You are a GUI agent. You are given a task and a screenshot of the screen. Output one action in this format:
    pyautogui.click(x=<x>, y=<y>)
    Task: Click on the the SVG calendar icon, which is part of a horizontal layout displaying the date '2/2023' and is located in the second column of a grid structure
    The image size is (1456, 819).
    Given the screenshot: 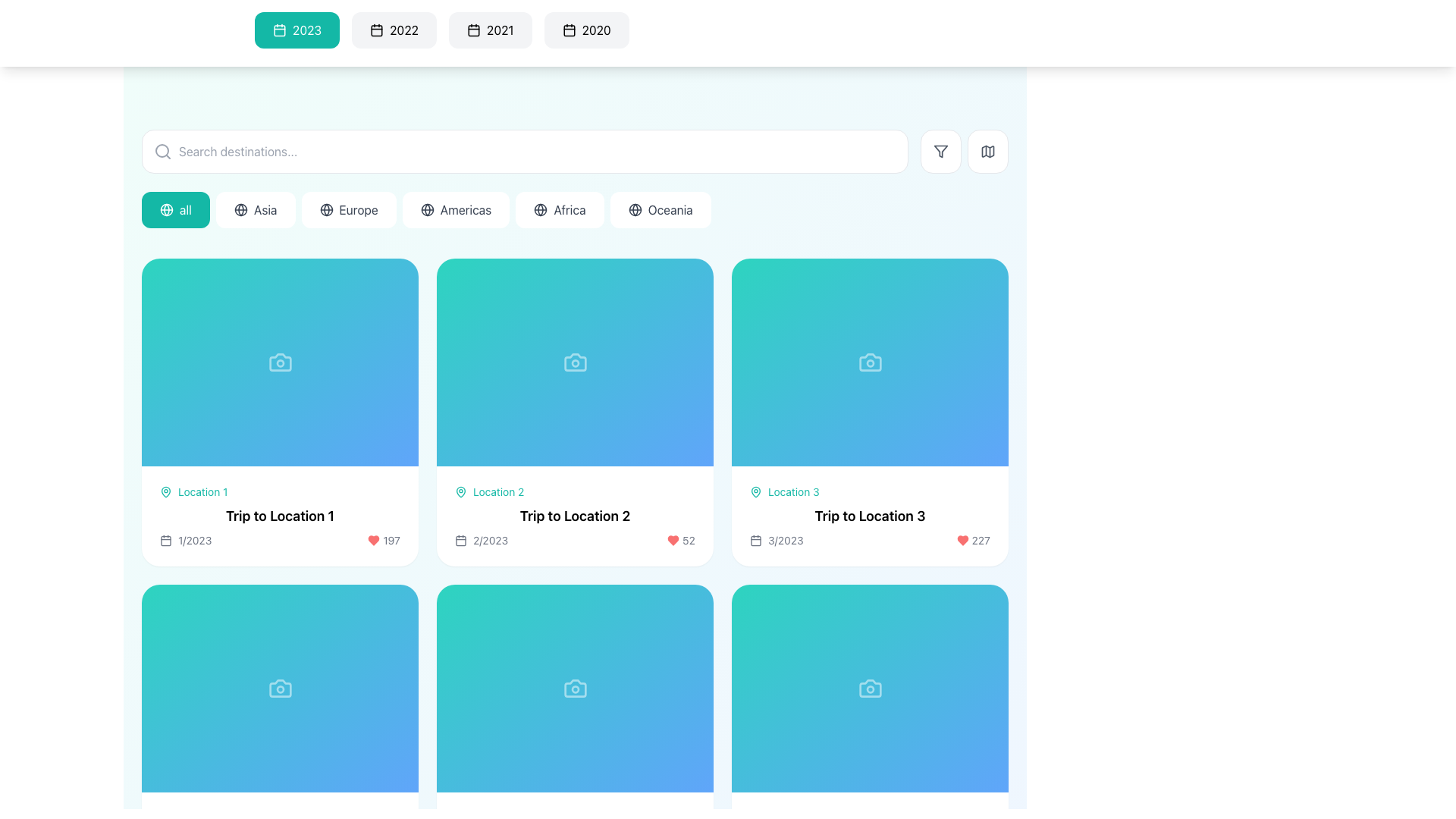 What is the action you would take?
    pyautogui.click(x=460, y=539)
    